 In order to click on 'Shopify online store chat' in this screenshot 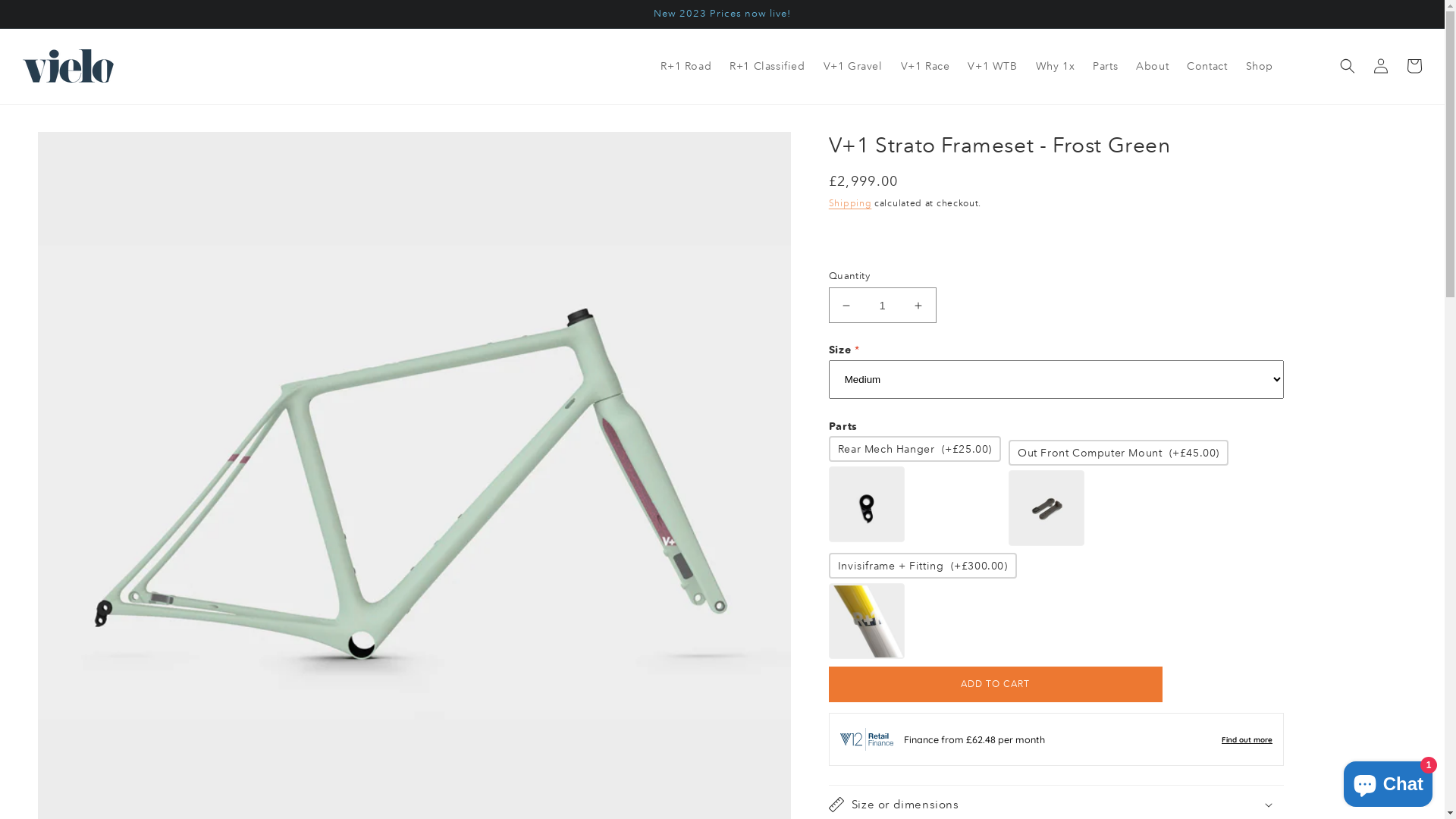, I will do `click(1388, 780)`.